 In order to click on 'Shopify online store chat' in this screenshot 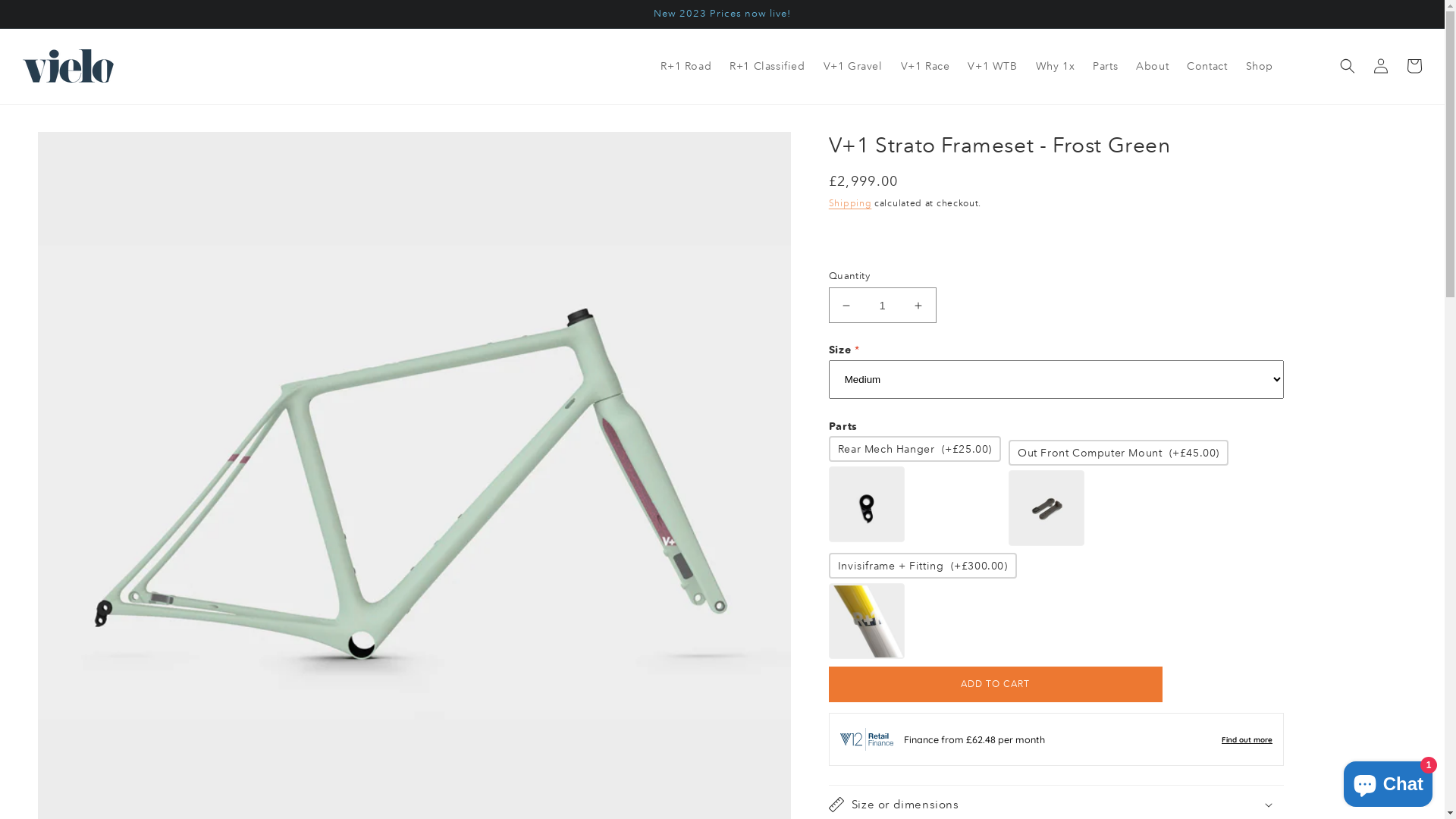, I will do `click(1388, 780)`.